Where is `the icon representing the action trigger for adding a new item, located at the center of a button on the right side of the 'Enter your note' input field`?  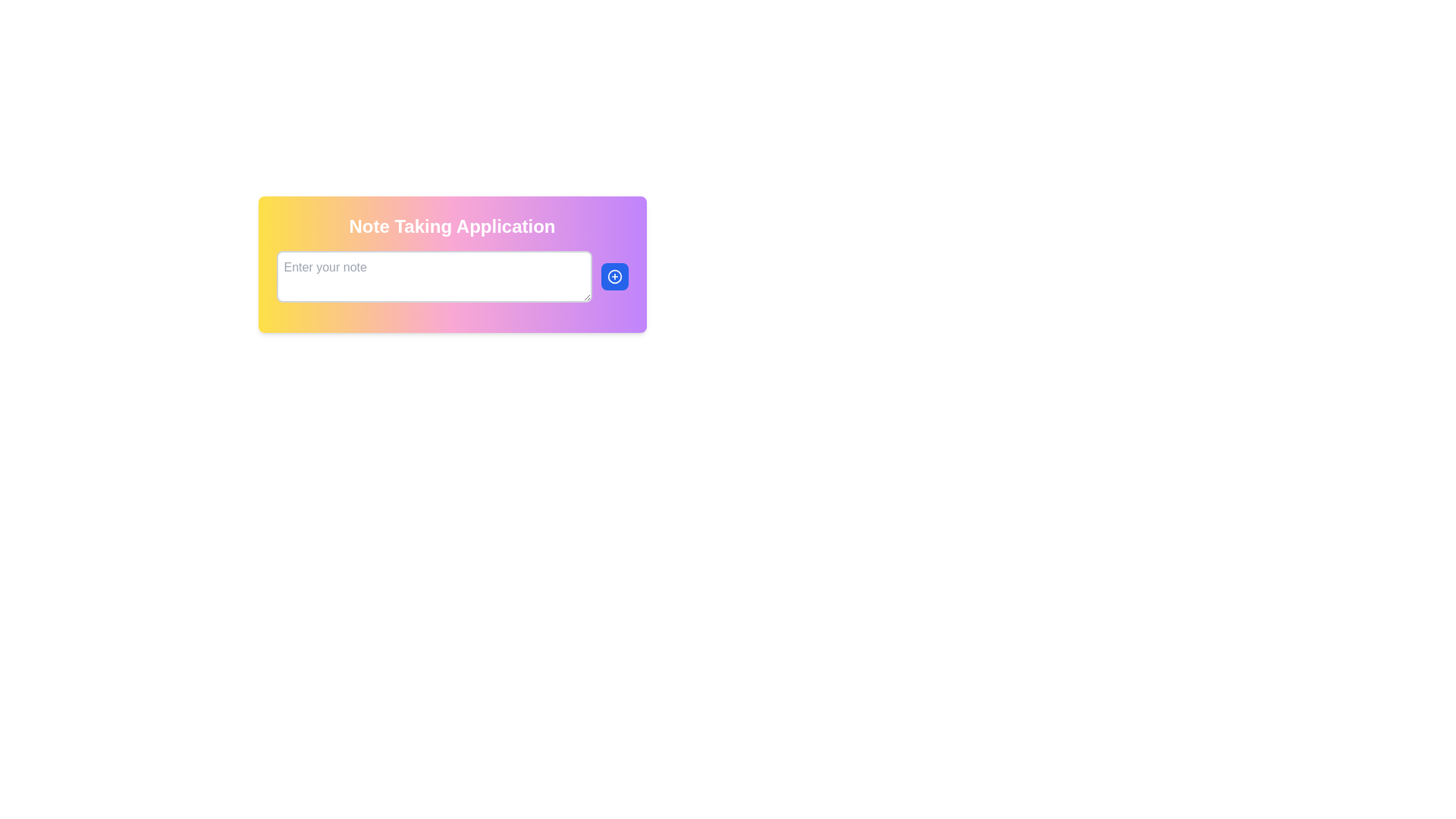
the icon representing the action trigger for adding a new item, located at the center of a button on the right side of the 'Enter your note' input field is located at coordinates (614, 277).